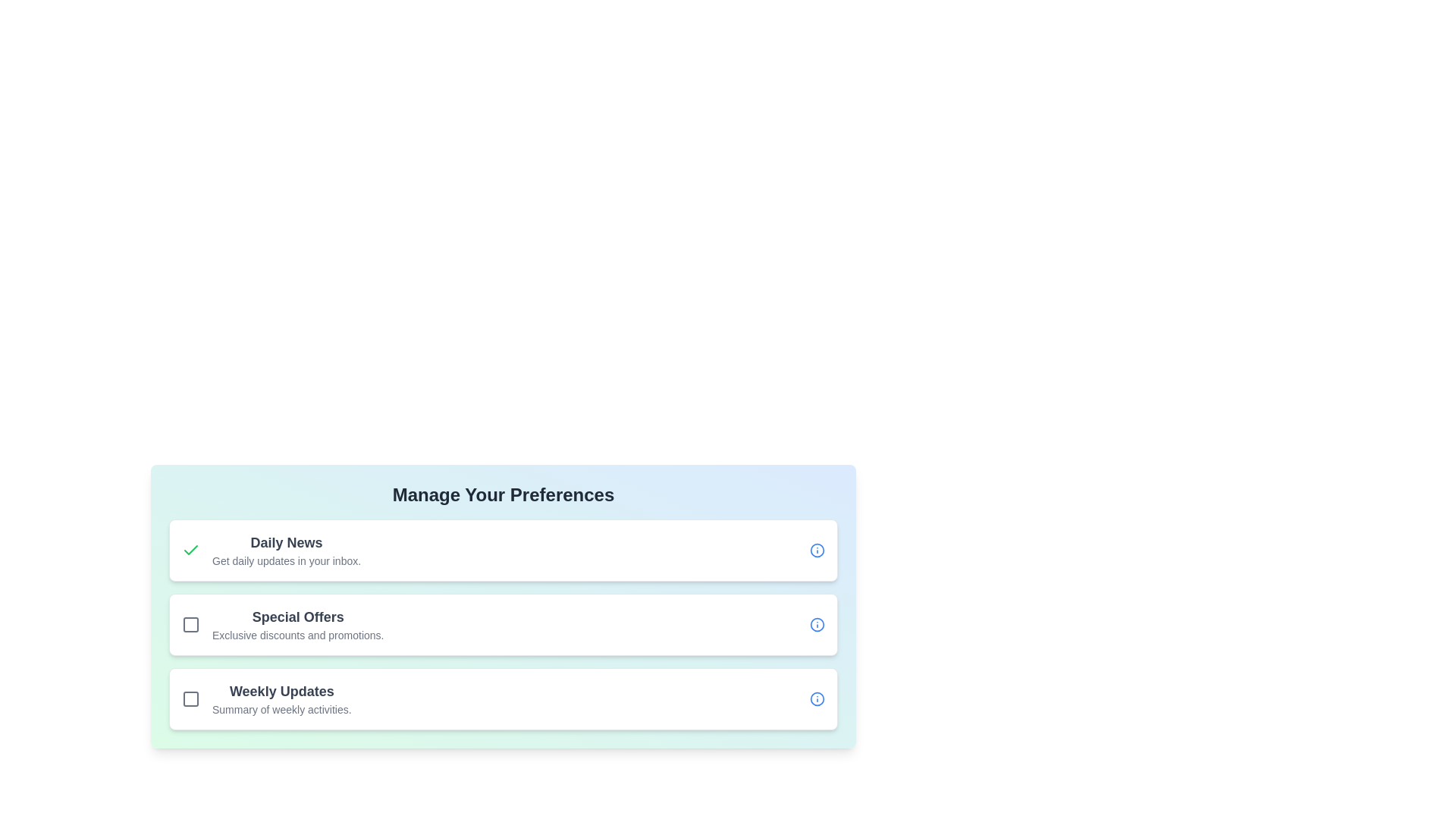 The width and height of the screenshot is (1456, 819). I want to click on the descriptive text that provides details about the 'Special Offers' option, located below the 'Special Offers' text in the 'Manage Your Preferences' section, so click(298, 635).